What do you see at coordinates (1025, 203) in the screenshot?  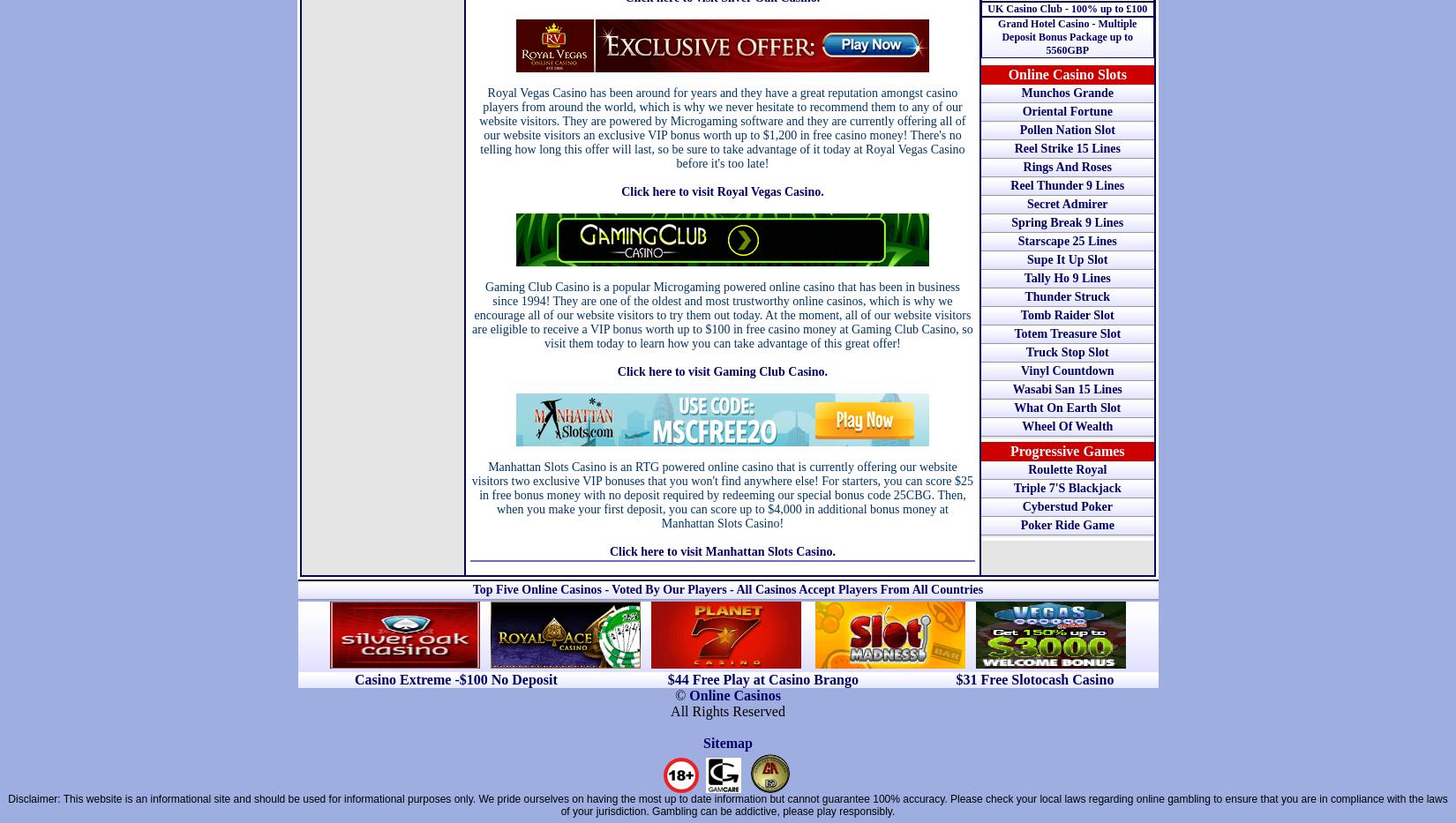 I see `'Secret Admirer'` at bounding box center [1025, 203].